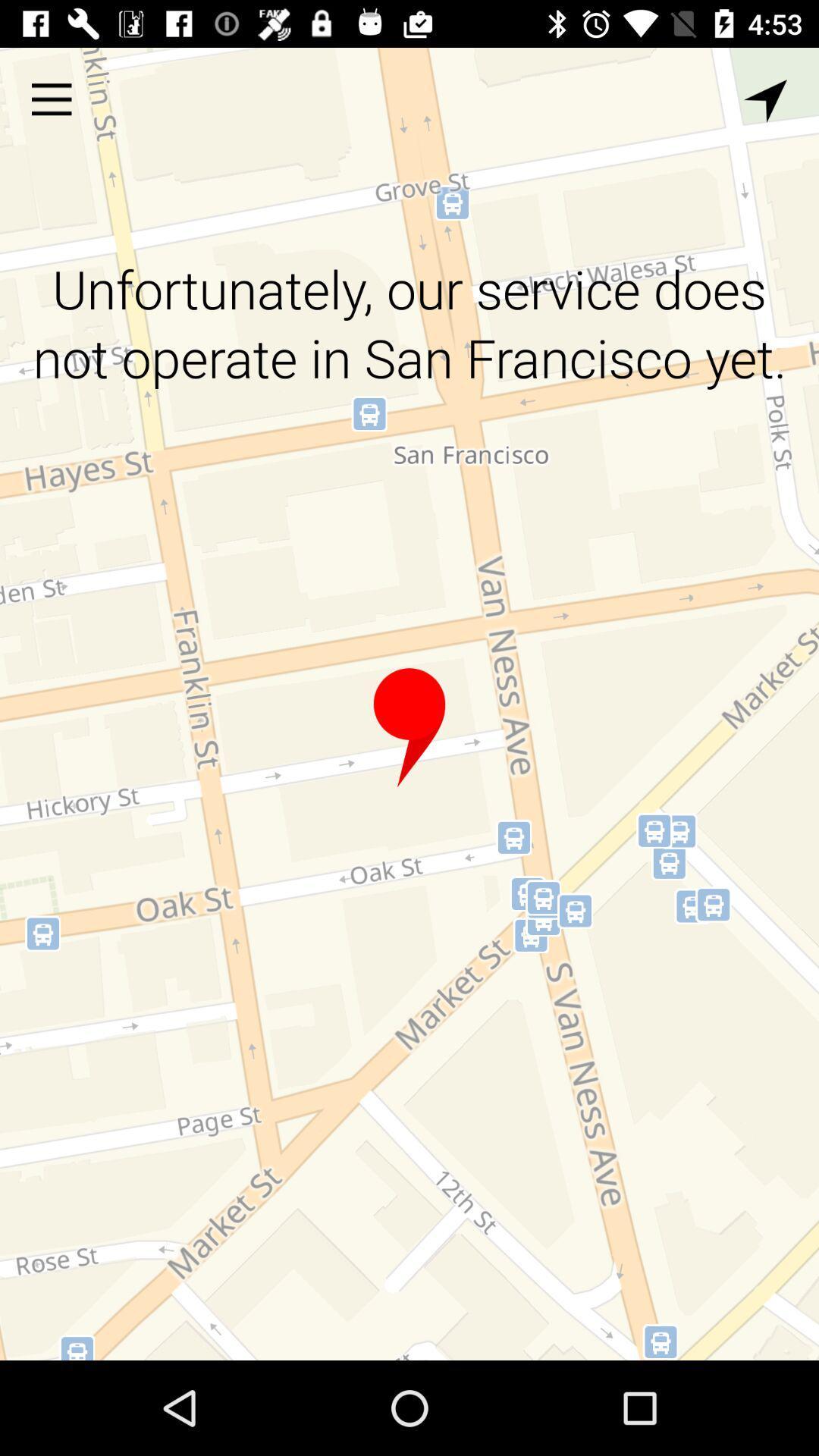 This screenshot has width=819, height=1456. What do you see at coordinates (765, 100) in the screenshot?
I see `the icon at the top right corner` at bounding box center [765, 100].